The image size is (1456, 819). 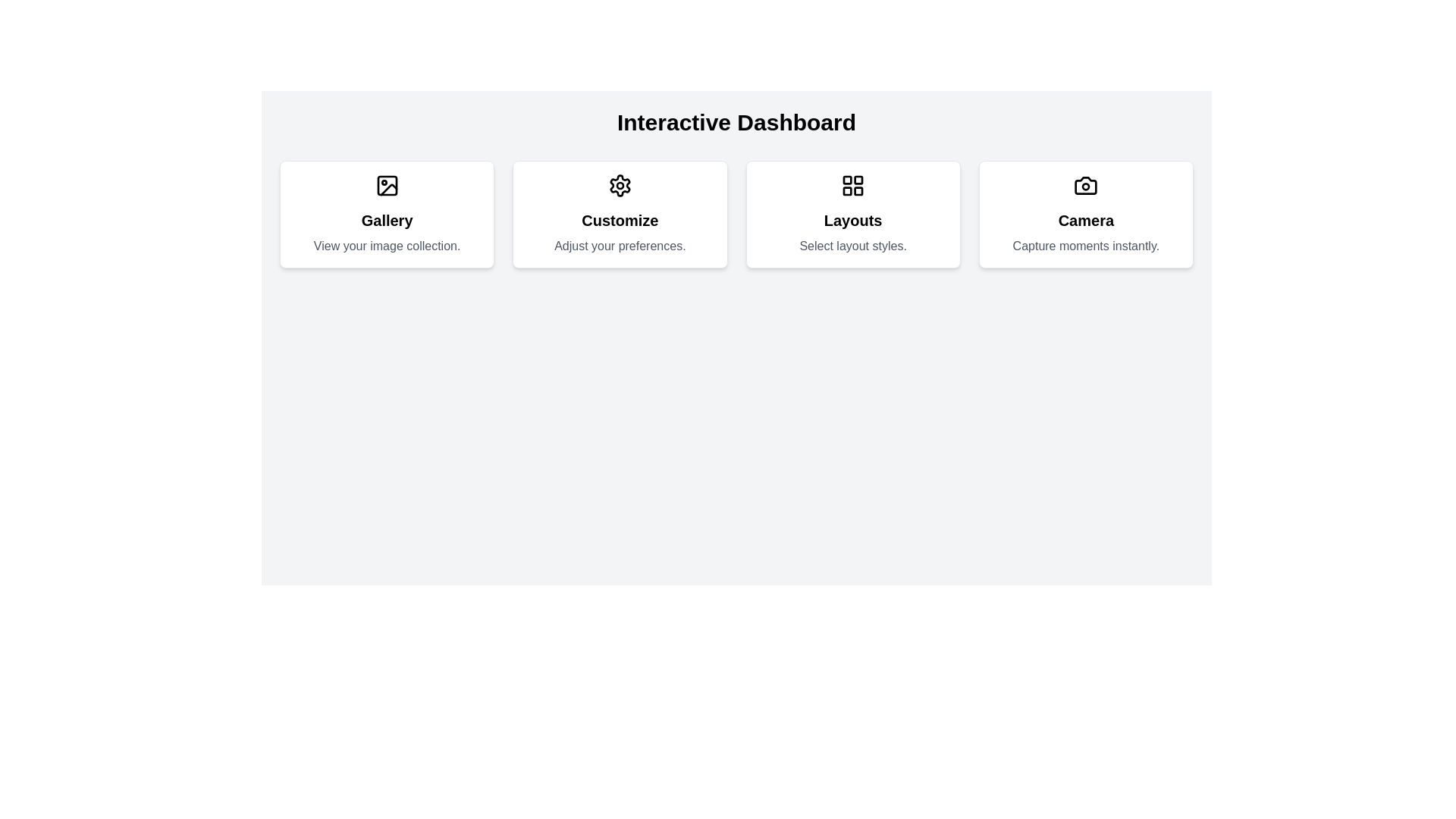 What do you see at coordinates (387, 245) in the screenshot?
I see `the static text label that describes the 'Gallery' card, which is positioned below the title 'Gallery' within the bordered card` at bounding box center [387, 245].